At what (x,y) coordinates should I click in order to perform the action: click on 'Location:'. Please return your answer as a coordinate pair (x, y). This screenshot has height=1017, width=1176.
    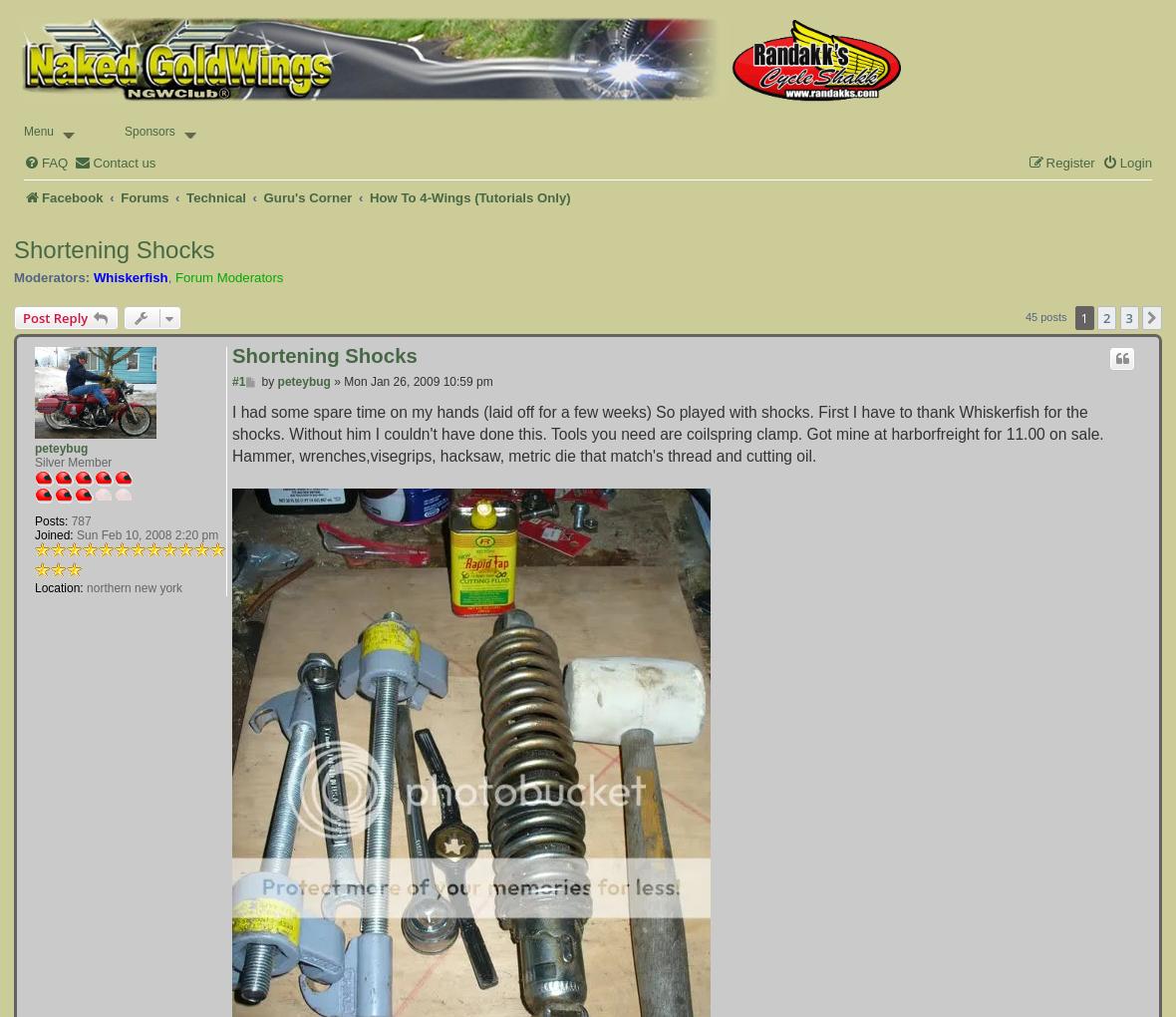
    Looking at the image, I should click on (58, 587).